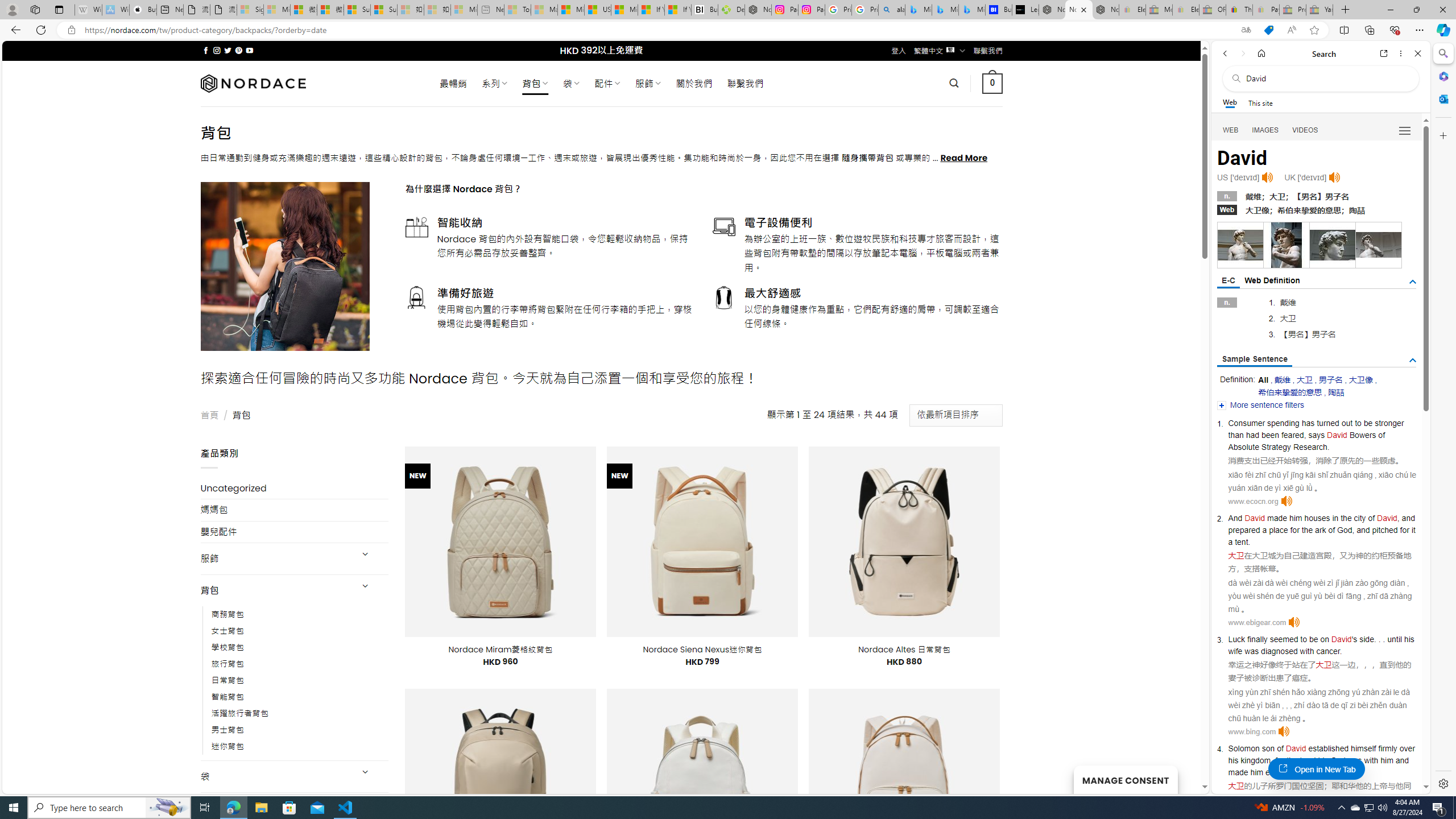  What do you see at coordinates (1228, 281) in the screenshot?
I see `'E-C'` at bounding box center [1228, 281].